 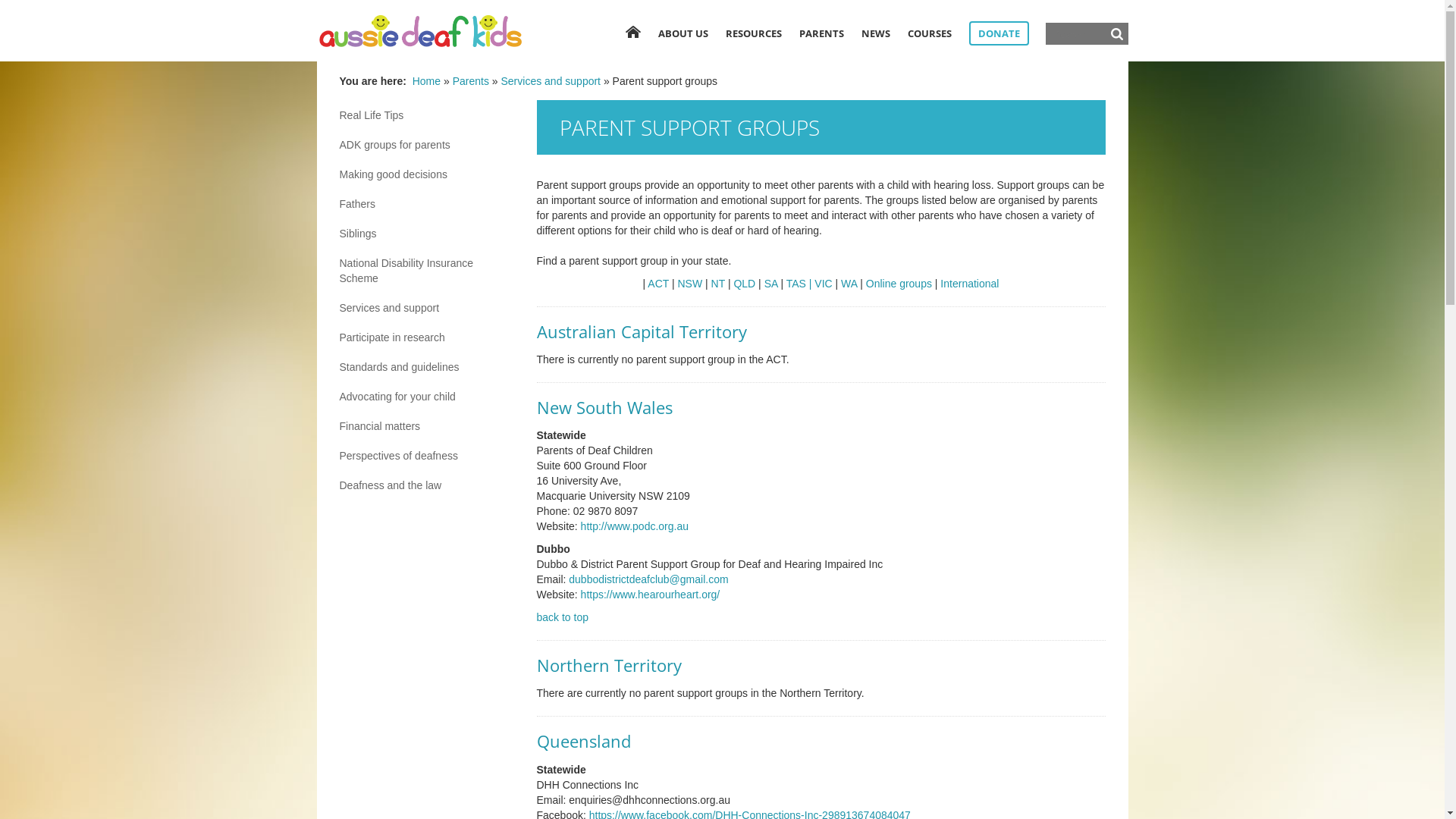 I want to click on 'Making good decisions', so click(x=425, y=174).